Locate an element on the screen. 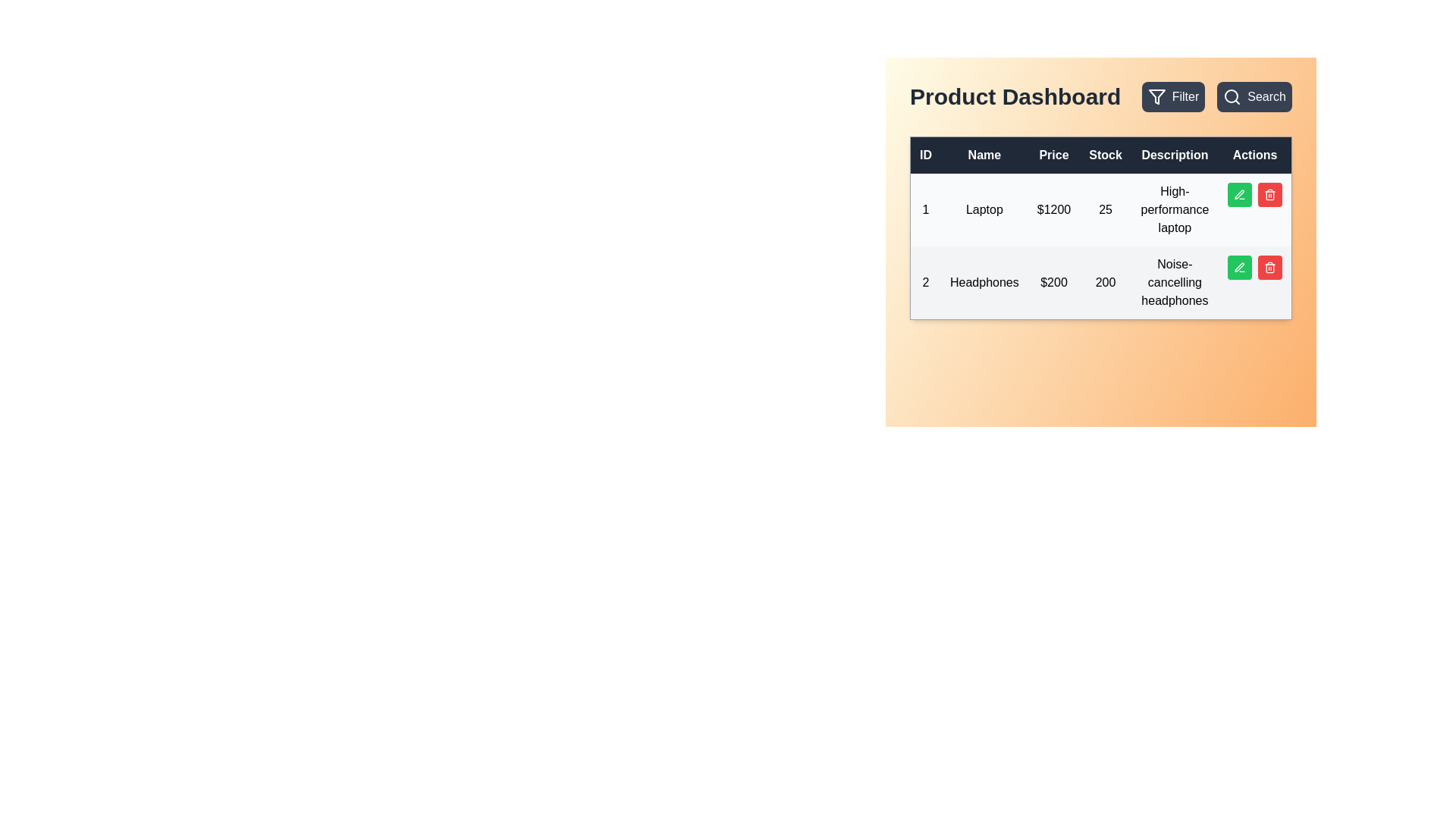 Image resolution: width=1456 pixels, height=819 pixels. the static text label header labeled 'Name', which is styled with a dark background and white text, positioned in the second position among headers in a table layout is located at coordinates (984, 155).